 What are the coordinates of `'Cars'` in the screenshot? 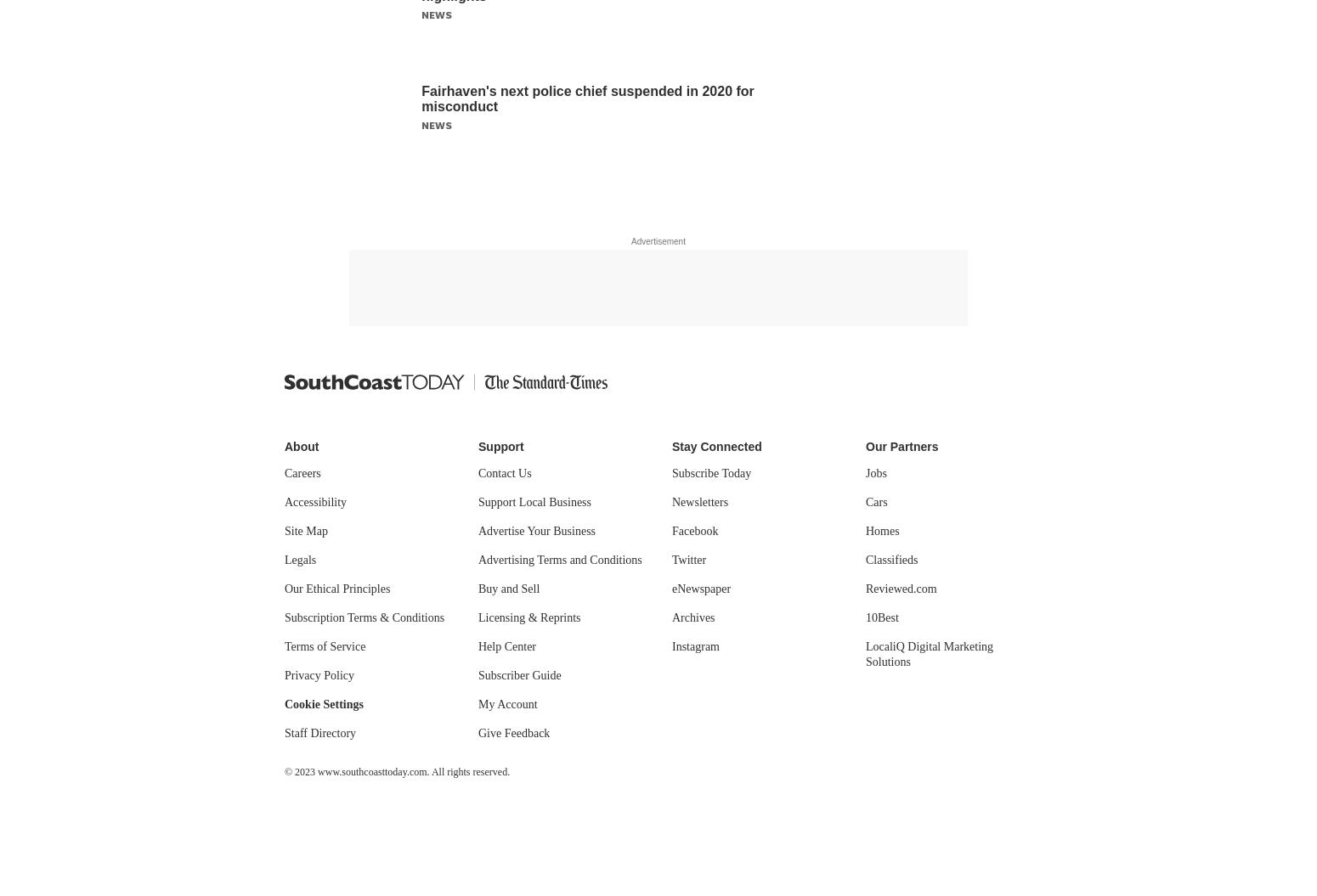 It's located at (876, 502).